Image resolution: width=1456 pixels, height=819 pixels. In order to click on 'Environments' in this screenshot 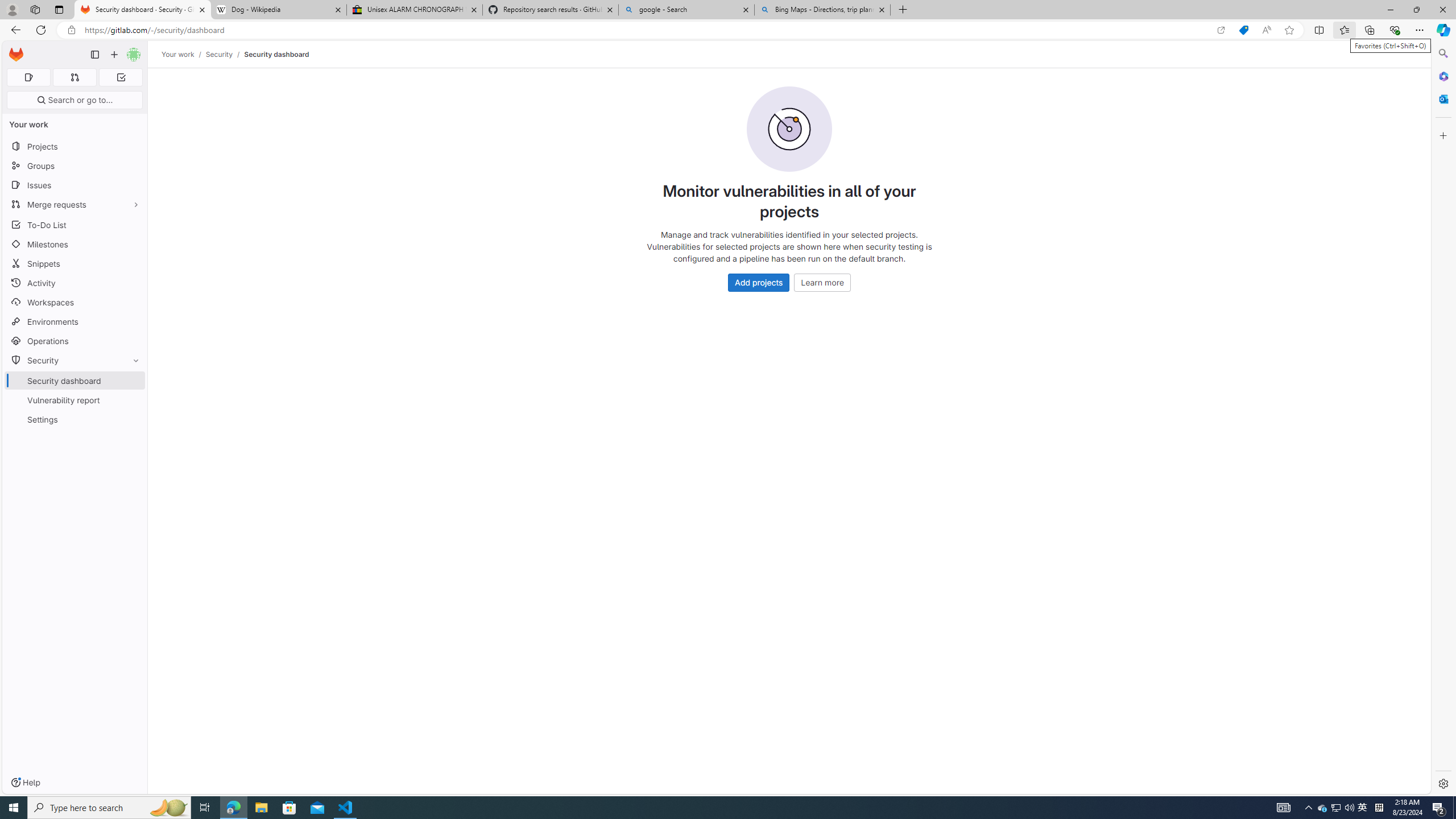, I will do `click(74, 321)`.